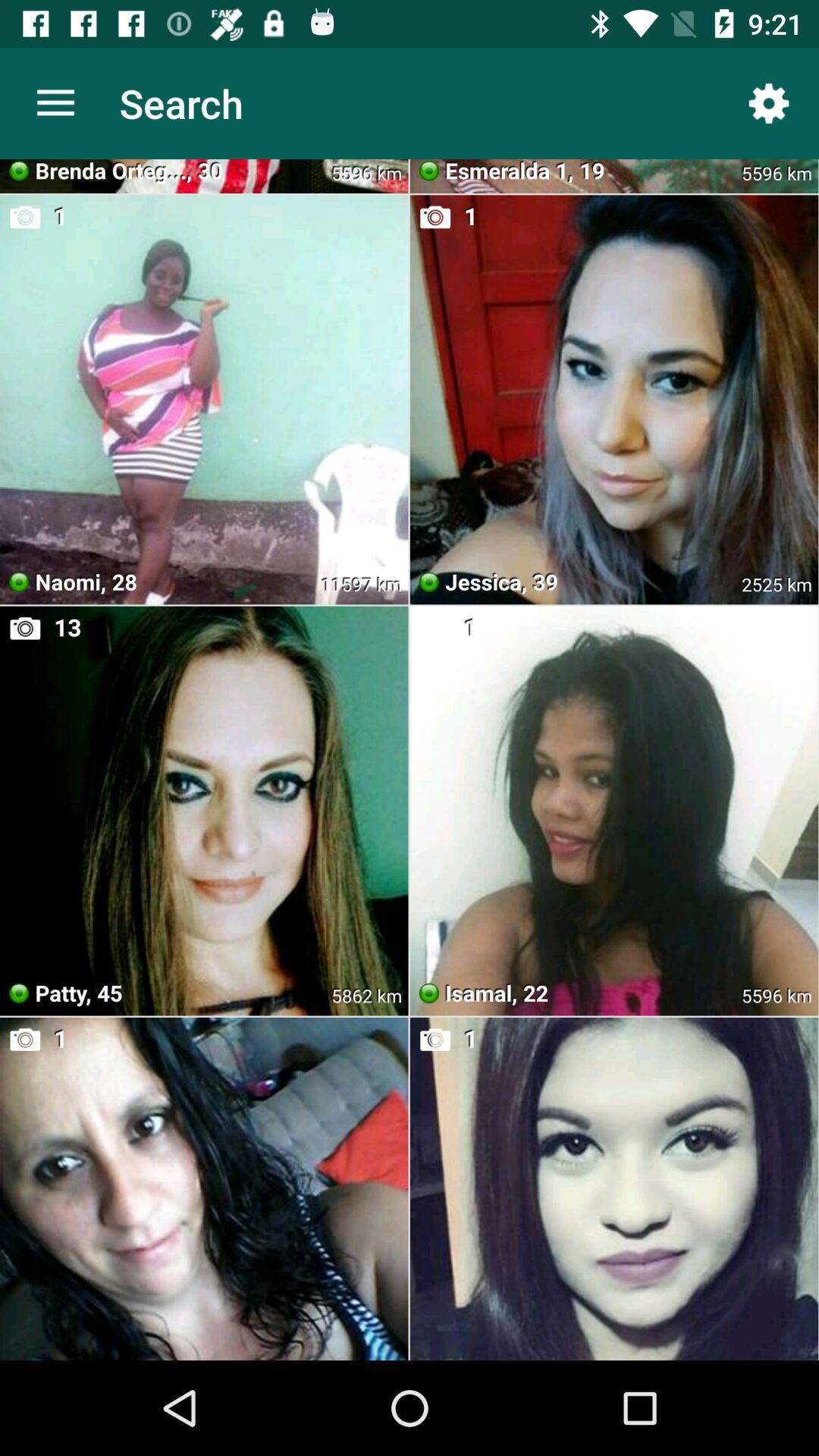  I want to click on icon to the left of search item, so click(55, 102).